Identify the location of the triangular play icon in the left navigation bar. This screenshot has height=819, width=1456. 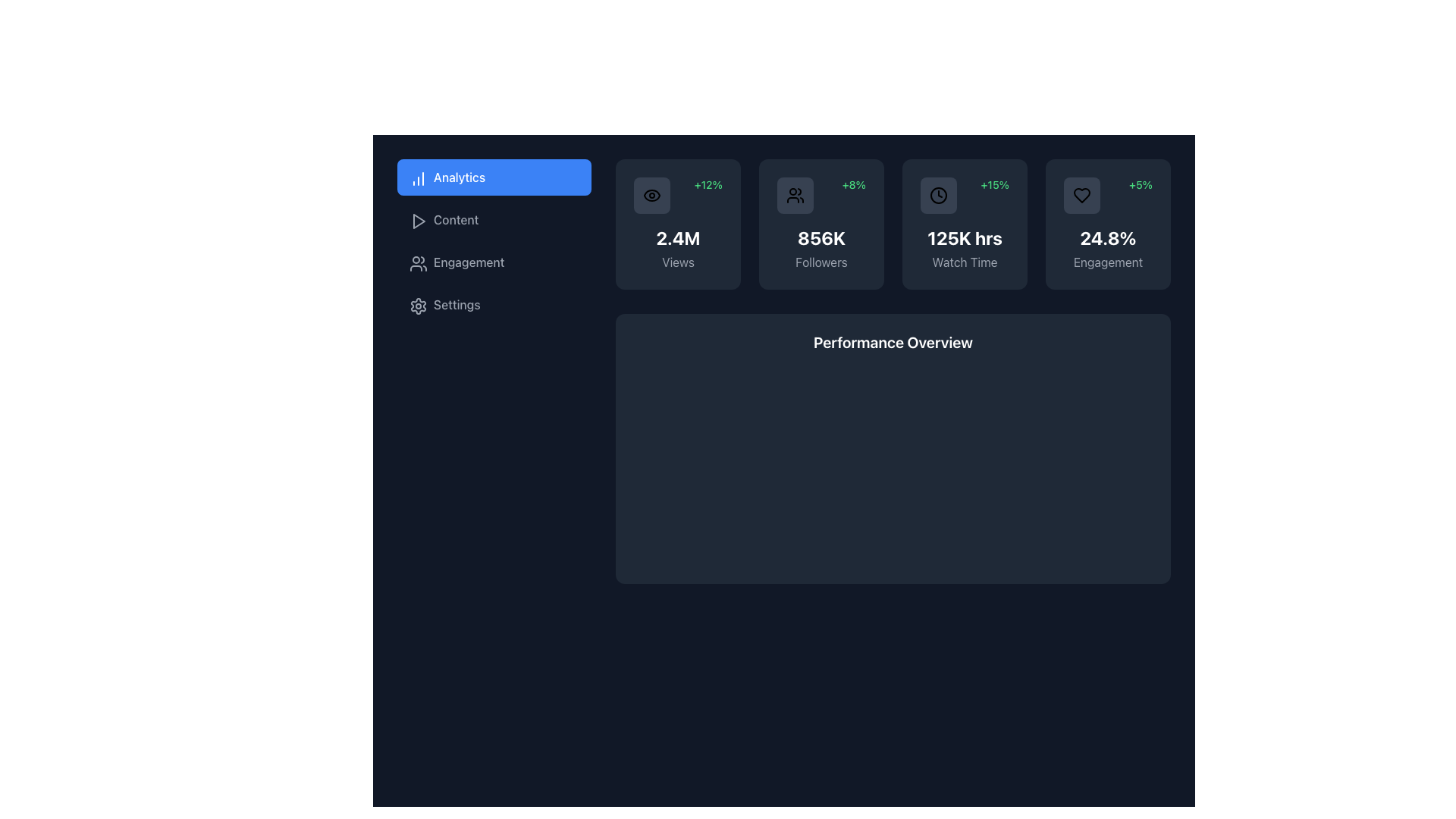
(419, 221).